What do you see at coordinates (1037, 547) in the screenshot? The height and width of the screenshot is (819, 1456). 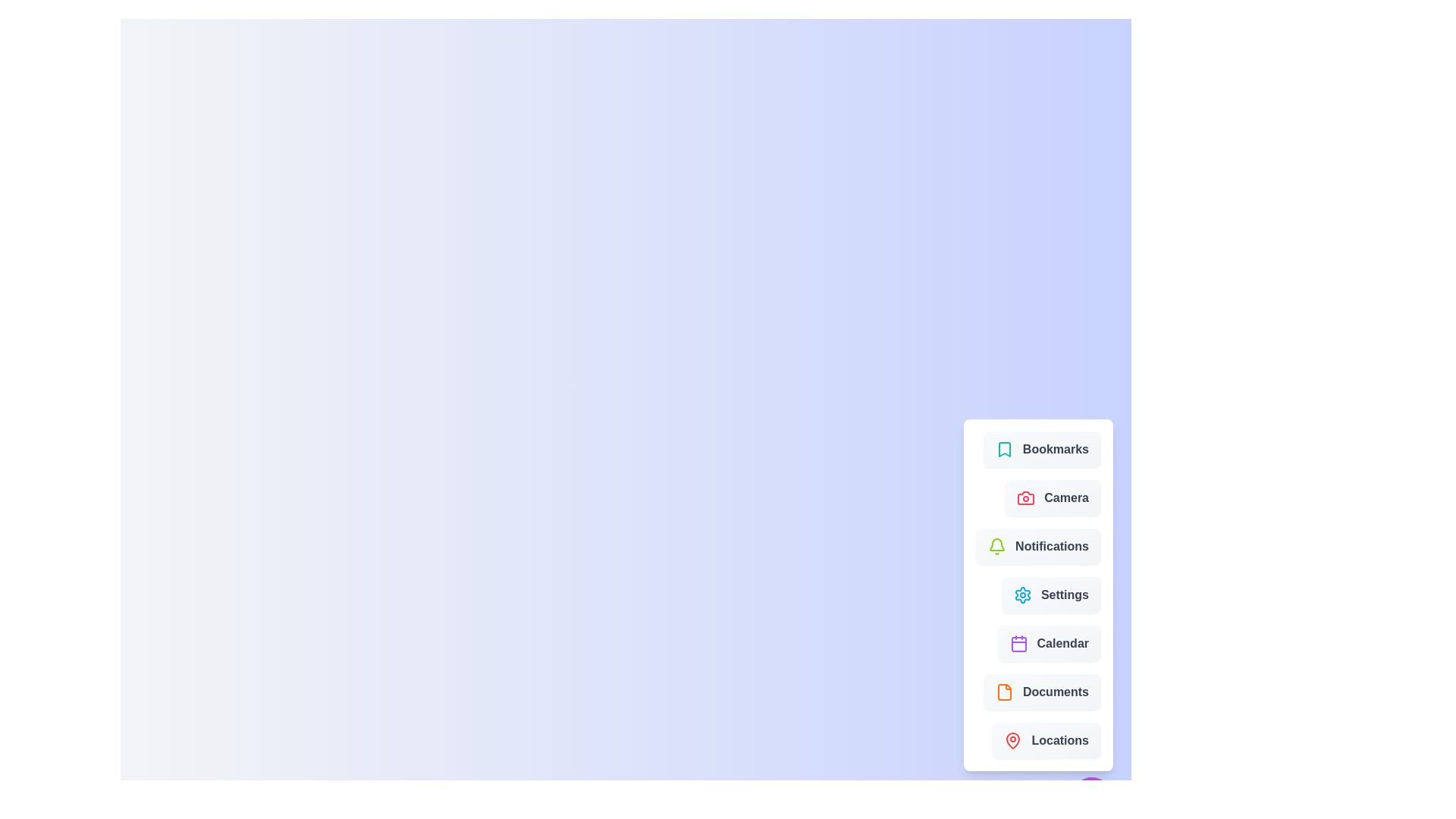 I see `the menu item corresponding to Notifications to activate its action` at bounding box center [1037, 547].